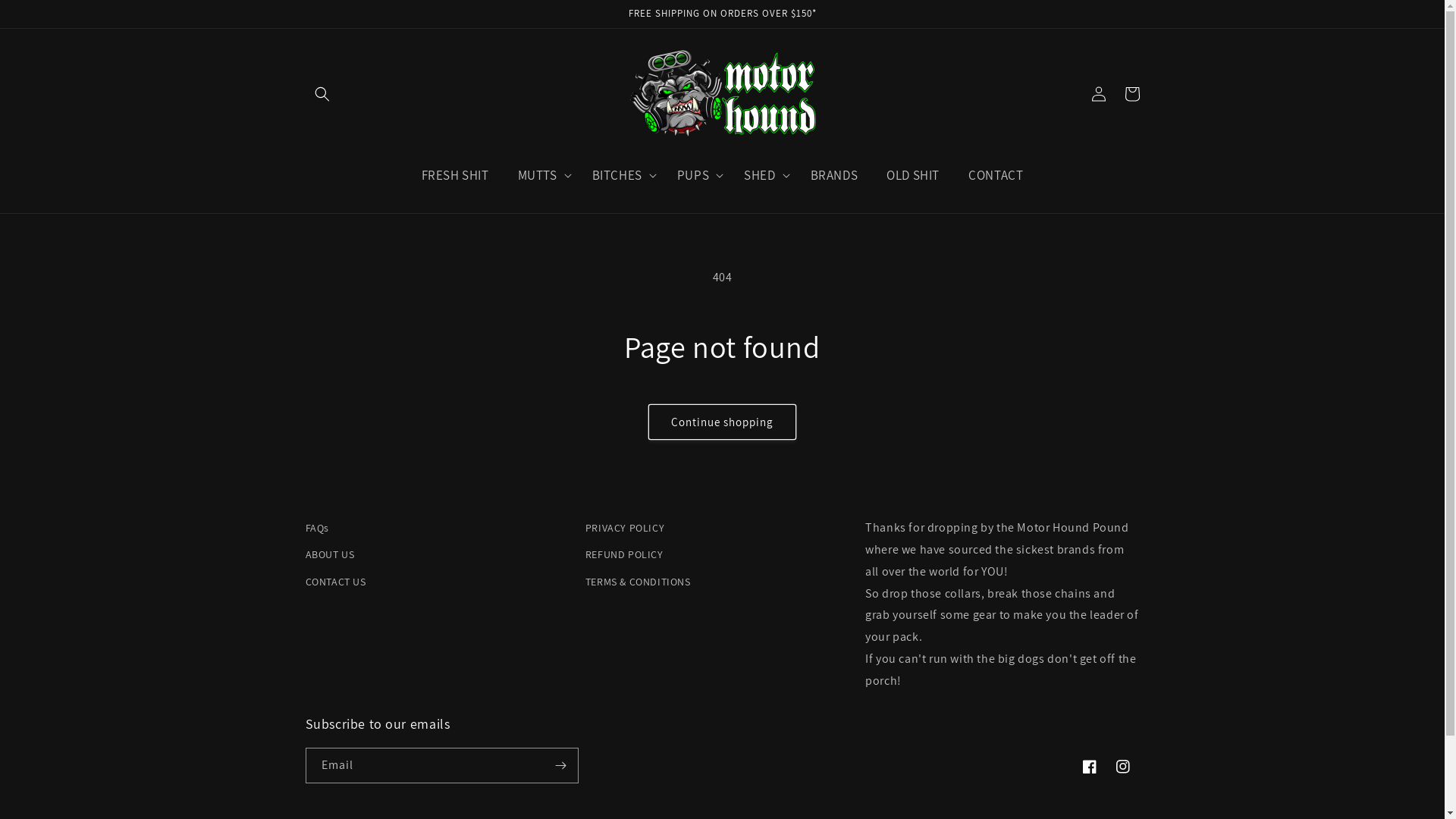 The image size is (1456, 819). Describe the element at coordinates (1131, 93) in the screenshot. I see `'Cart'` at that location.